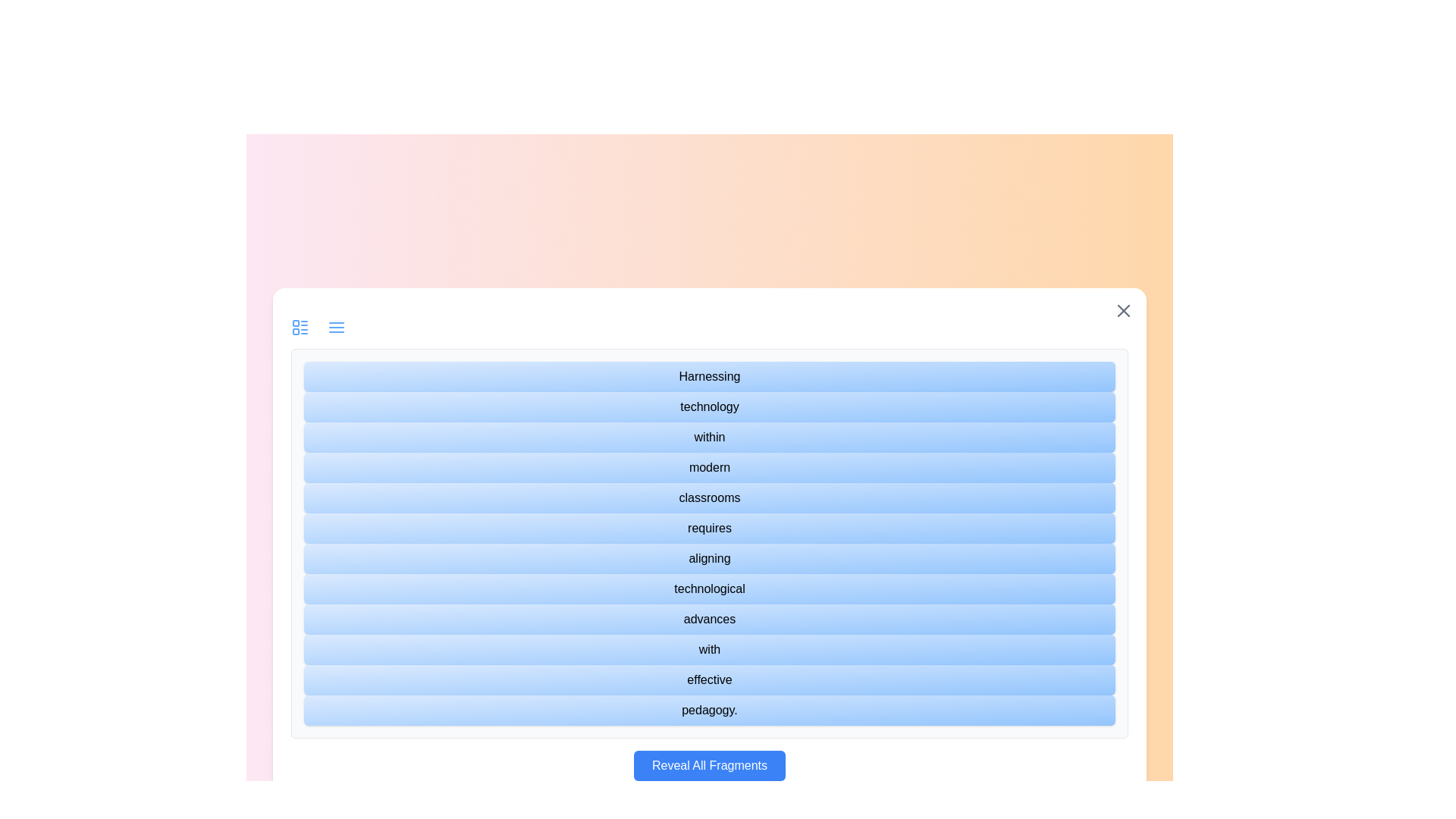 This screenshot has width=1456, height=819. Describe the element at coordinates (709, 528) in the screenshot. I see `the text fragment labeled 'requires'` at that location.